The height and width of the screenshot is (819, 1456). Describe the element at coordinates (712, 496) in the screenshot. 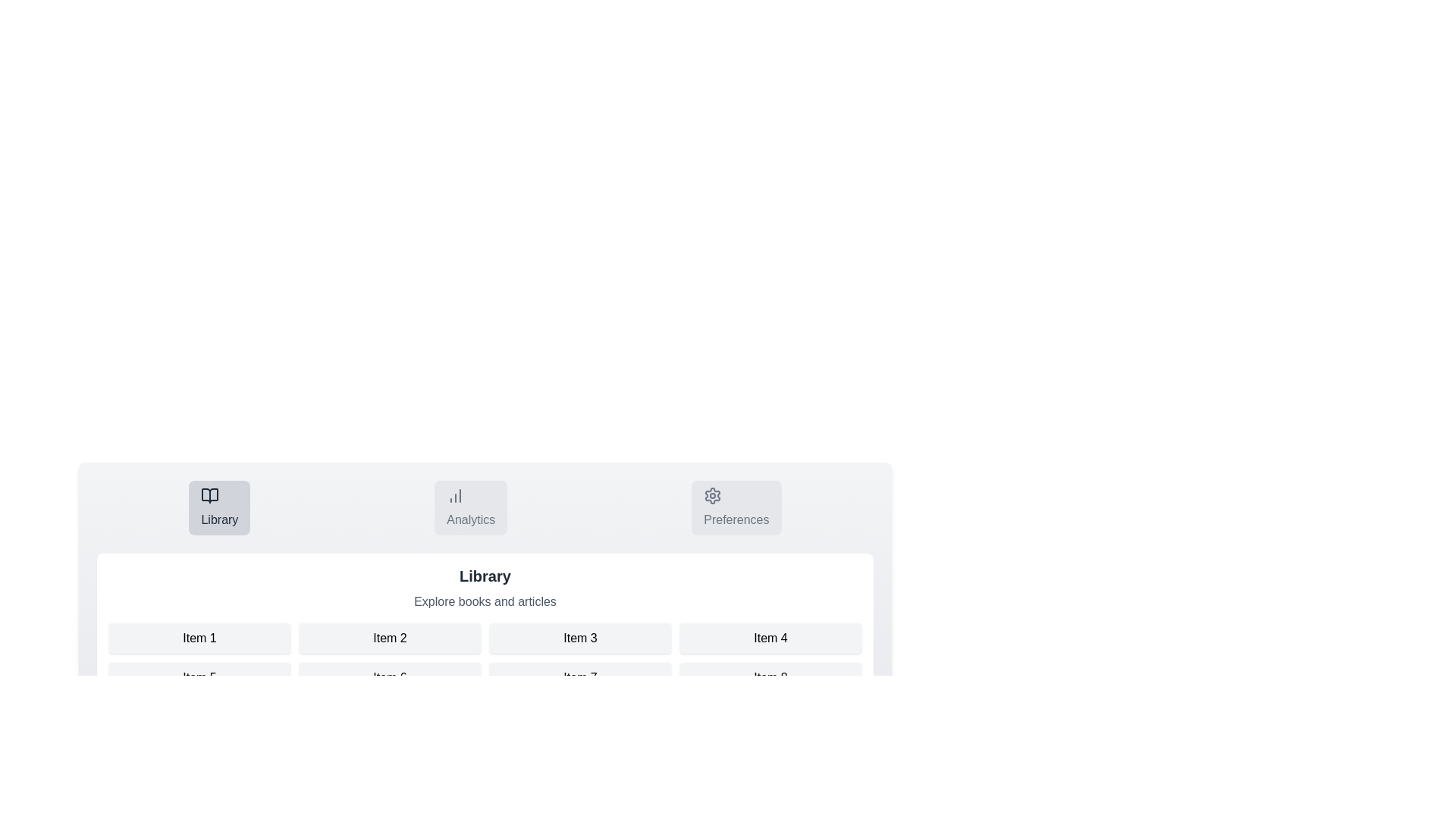

I see `the icon of the Preferences tab to switch to it` at that location.